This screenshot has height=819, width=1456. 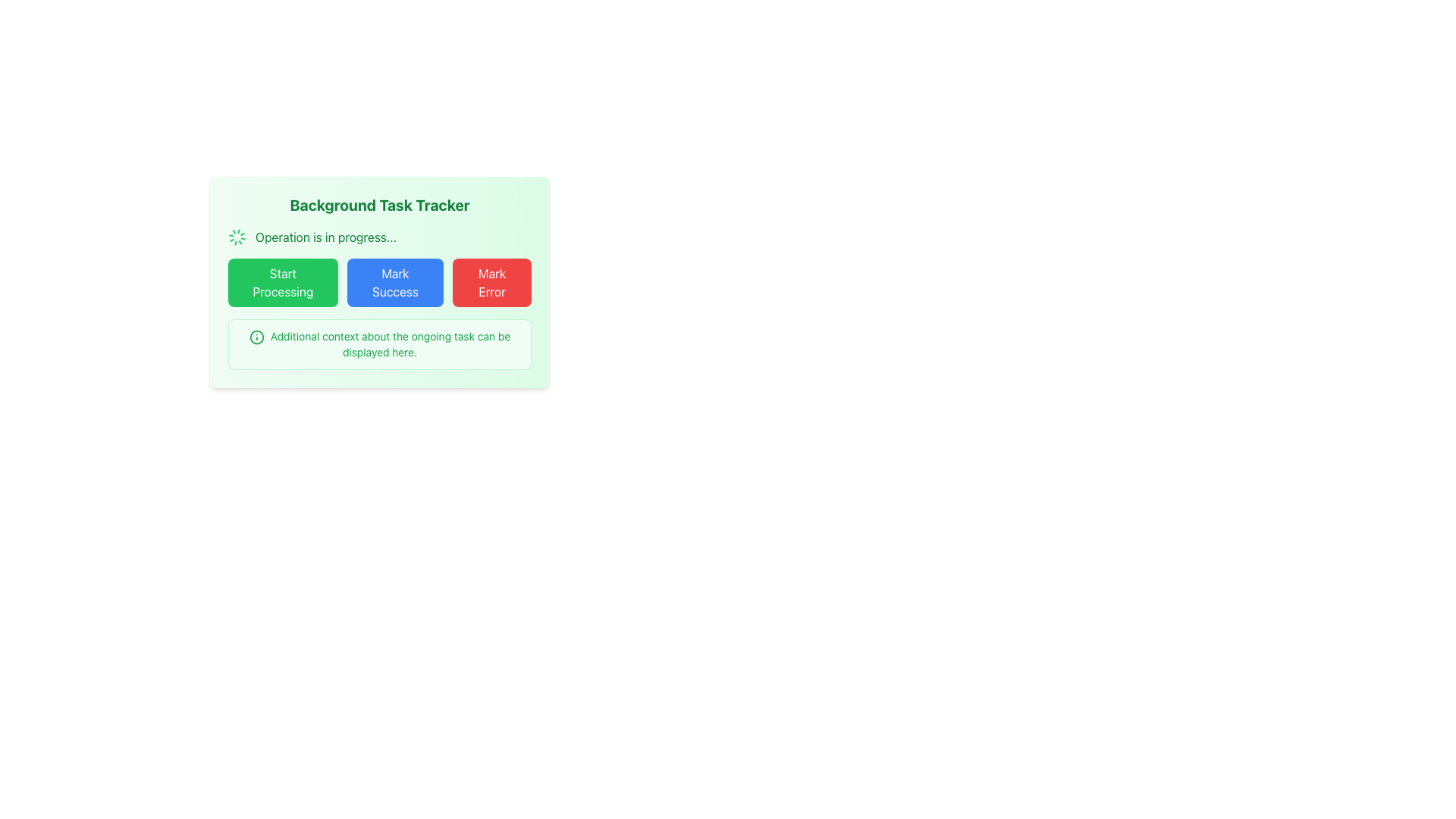 I want to click on the green animated loader icon indicating ongoing background processing, located at the top-left section of the background task tracker interface, so click(x=236, y=237).